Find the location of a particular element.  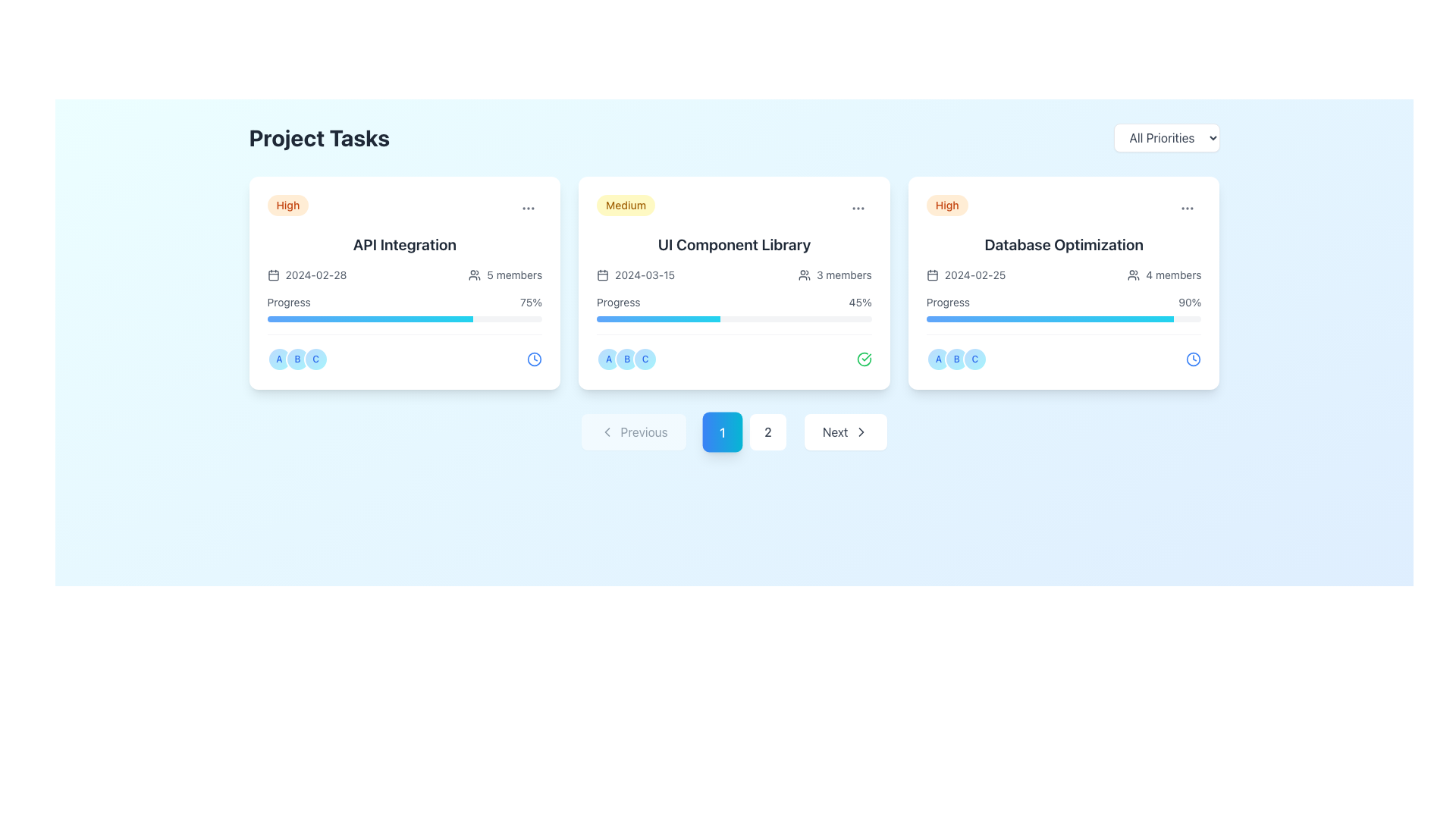

the Text label that displays the progress percentage for the 'Database Optimization' task is located at coordinates (1189, 302).